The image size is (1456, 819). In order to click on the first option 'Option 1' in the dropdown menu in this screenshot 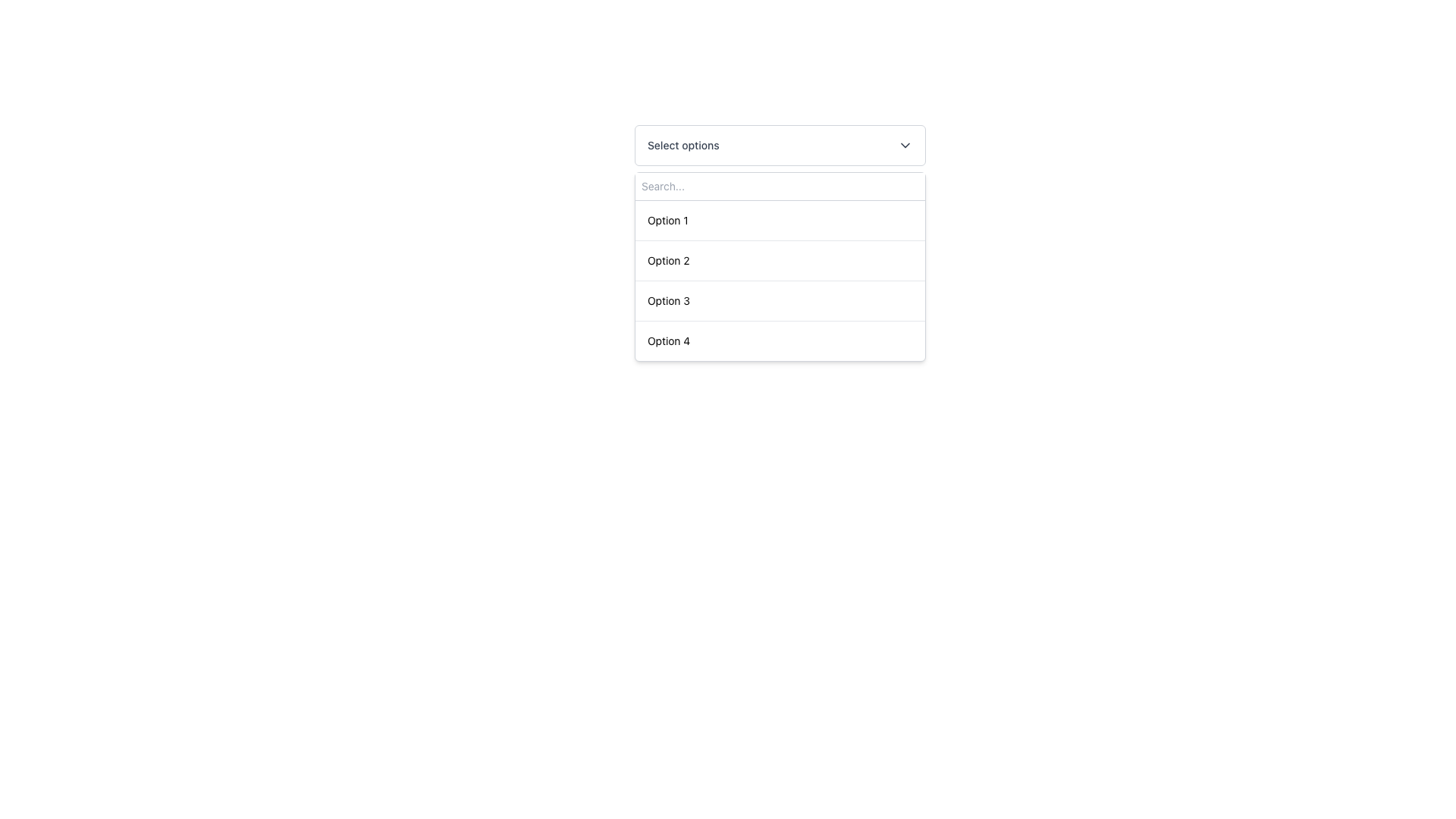, I will do `click(667, 220)`.